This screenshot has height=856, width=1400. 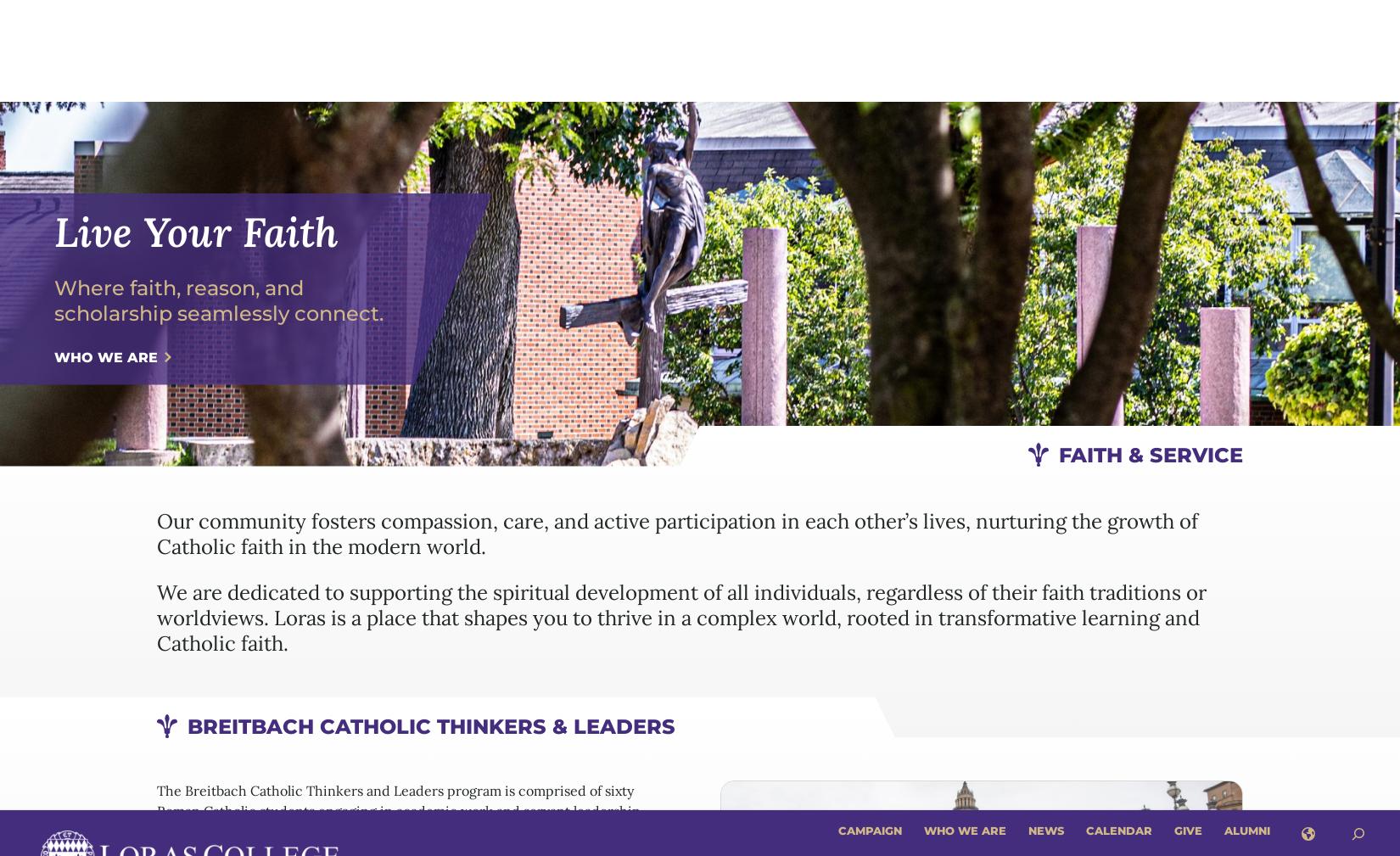 What do you see at coordinates (696, 74) in the screenshot?
I see `'Academics'` at bounding box center [696, 74].